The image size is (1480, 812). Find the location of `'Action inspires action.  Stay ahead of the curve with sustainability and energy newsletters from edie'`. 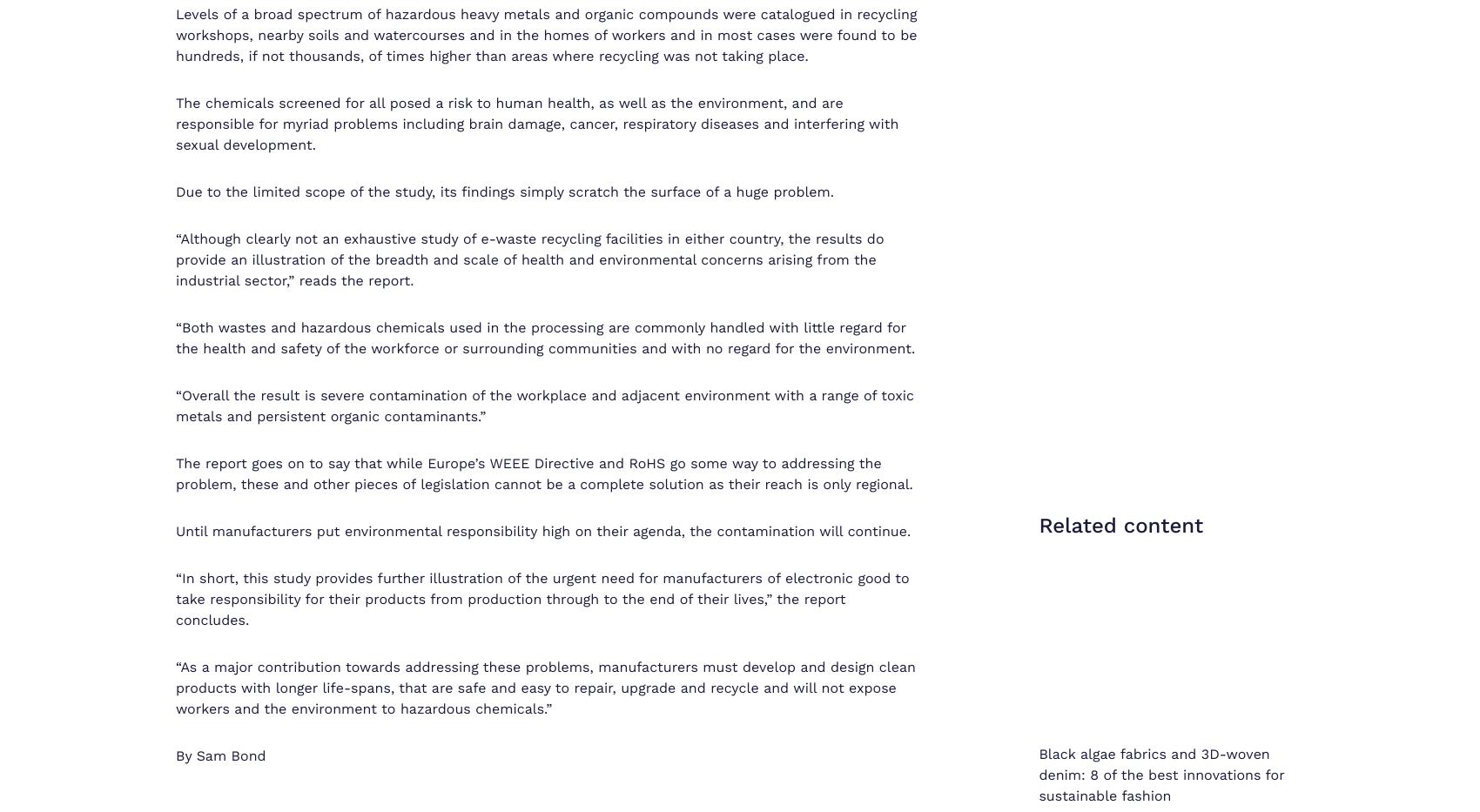

'Action inspires action.  Stay ahead of the curve with sustainability and energy newsletters from edie' is located at coordinates (738, 102).